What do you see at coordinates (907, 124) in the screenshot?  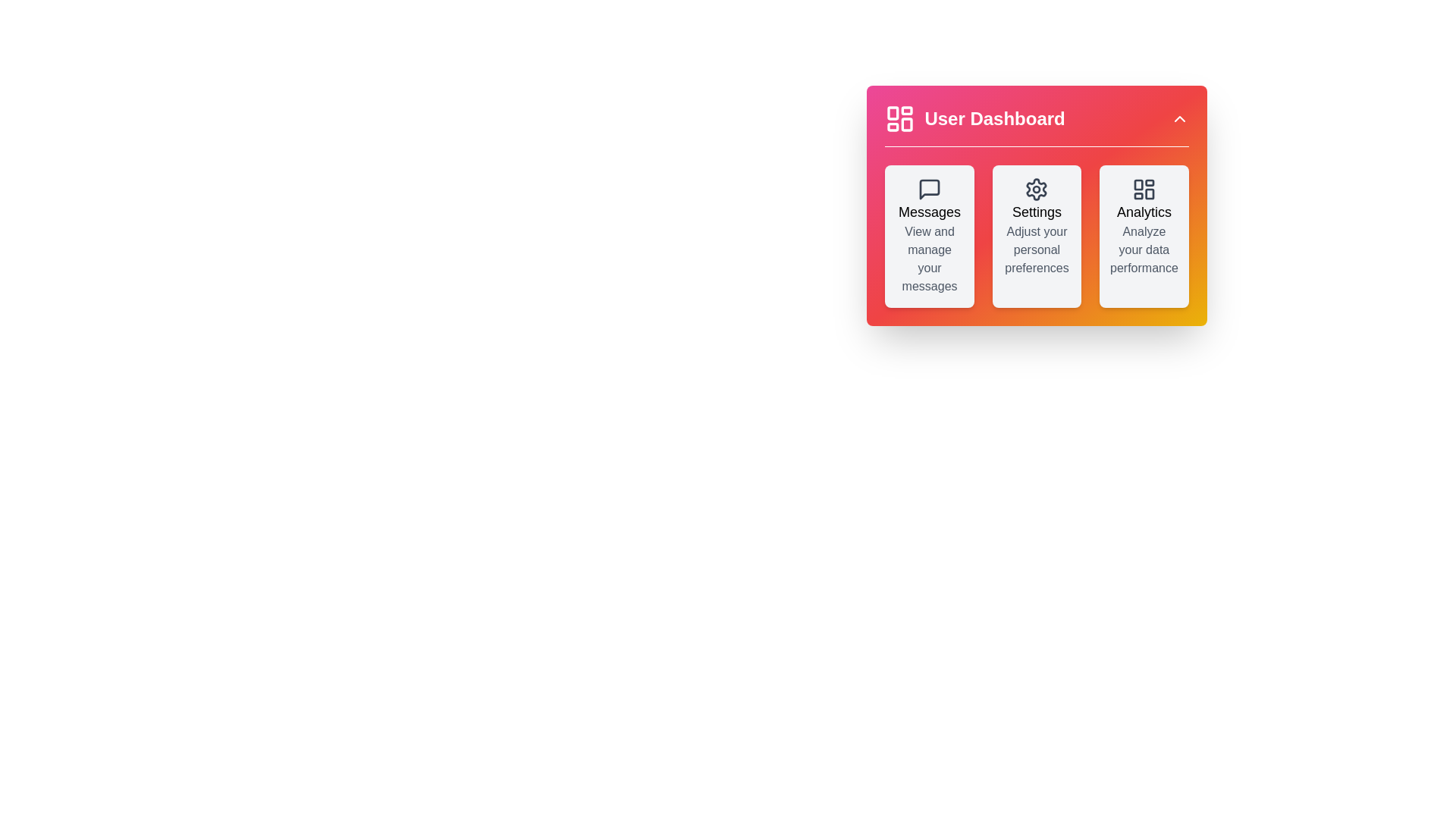 I see `the decorative graphical element located at the bottom-right corner of the grid in the top-left section of the User Dashboard panel` at bounding box center [907, 124].